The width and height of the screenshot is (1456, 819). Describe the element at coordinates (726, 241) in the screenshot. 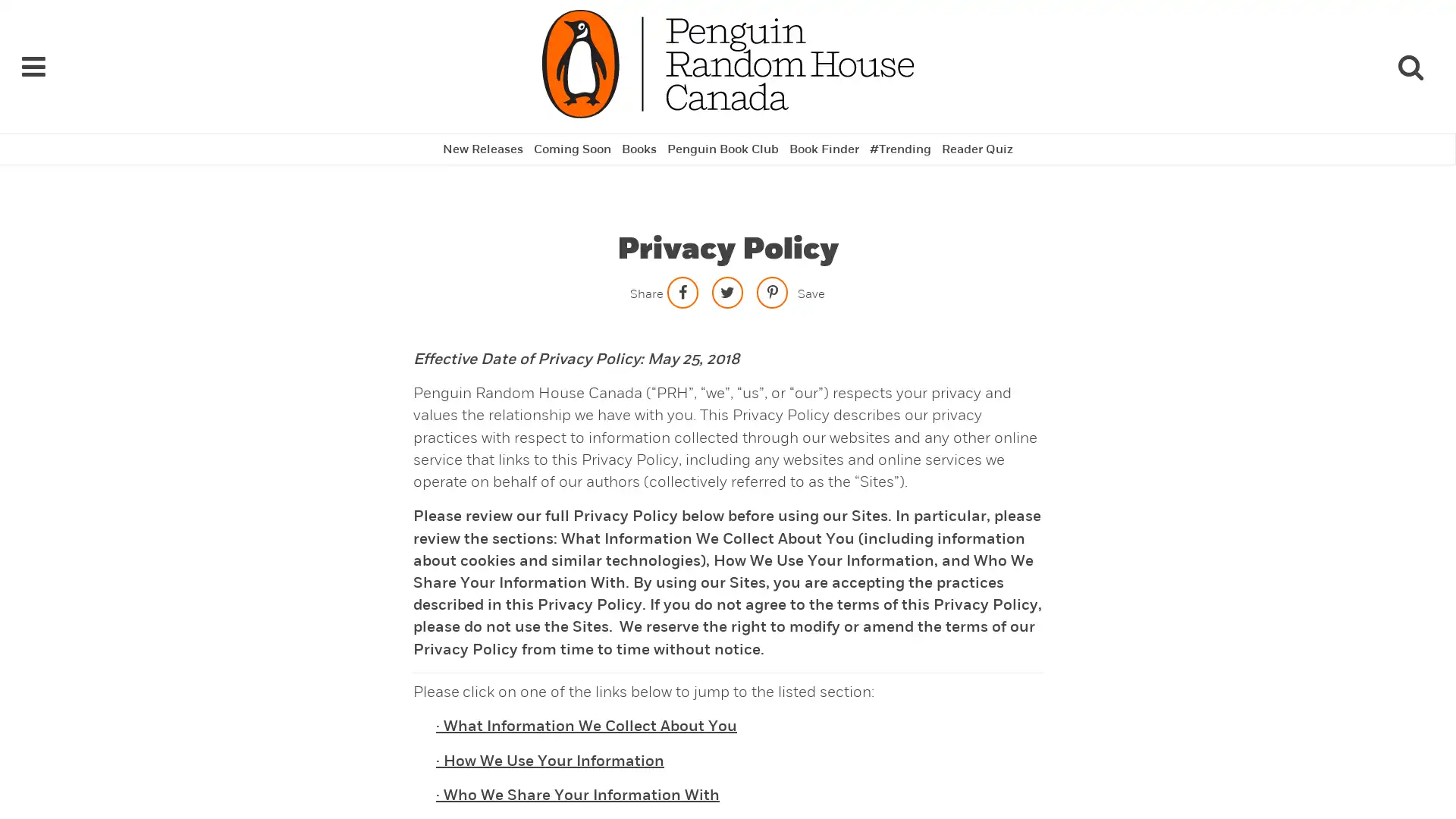

I see `Share on twitter` at that location.